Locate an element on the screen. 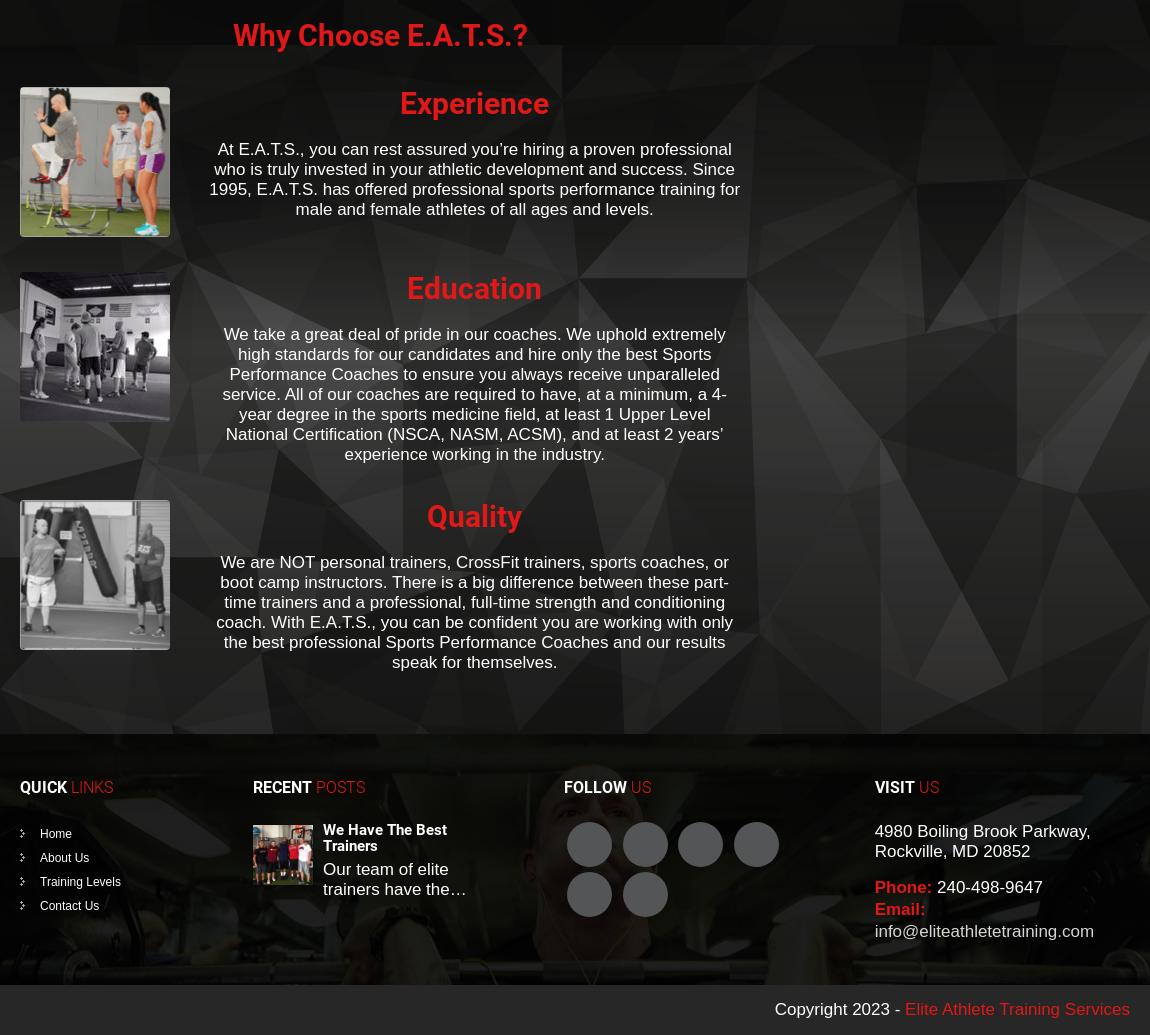 The height and width of the screenshot is (1035, 1150). 'Experience' is located at coordinates (474, 103).